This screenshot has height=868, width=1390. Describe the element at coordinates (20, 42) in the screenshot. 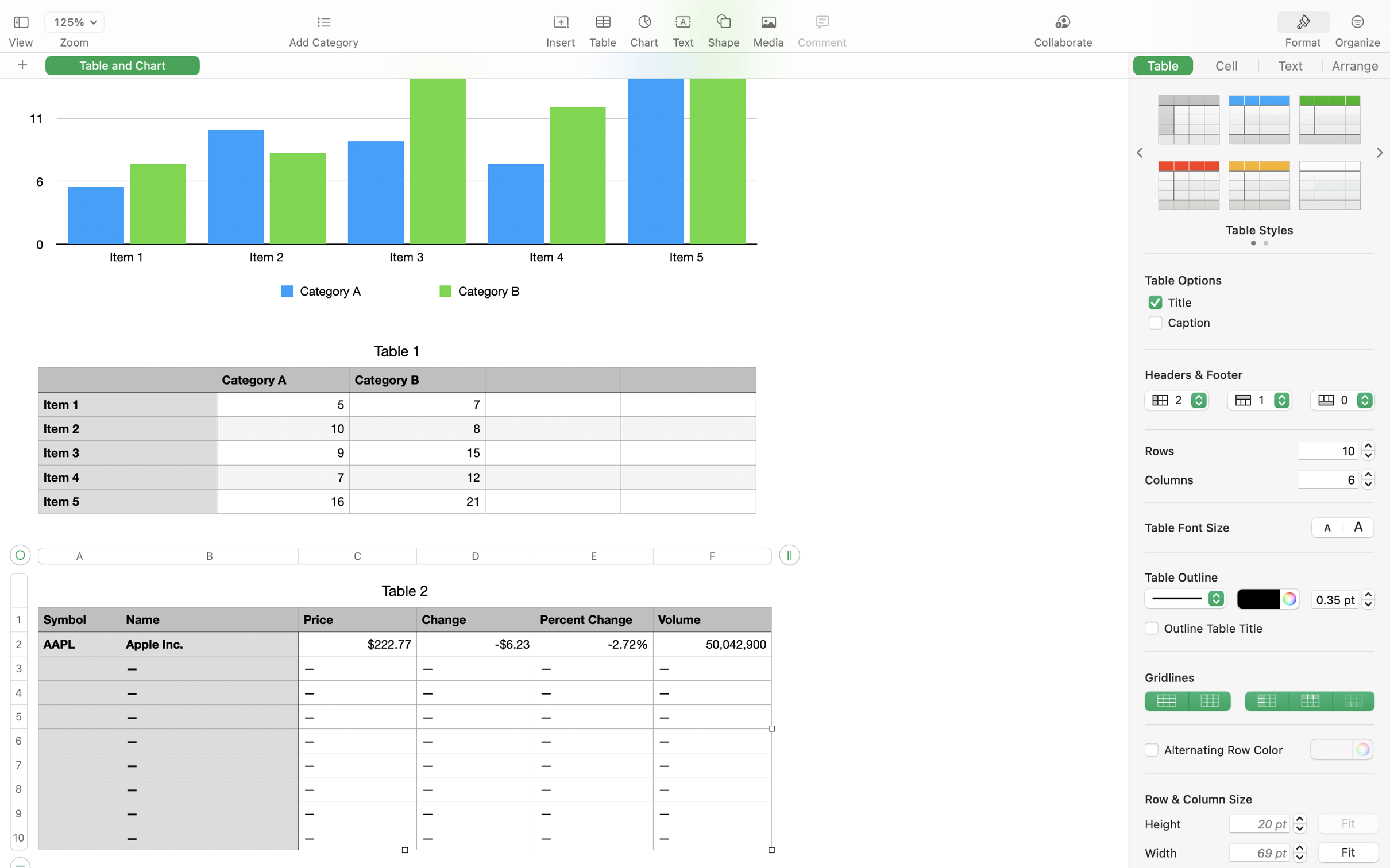

I see `'View'` at that location.